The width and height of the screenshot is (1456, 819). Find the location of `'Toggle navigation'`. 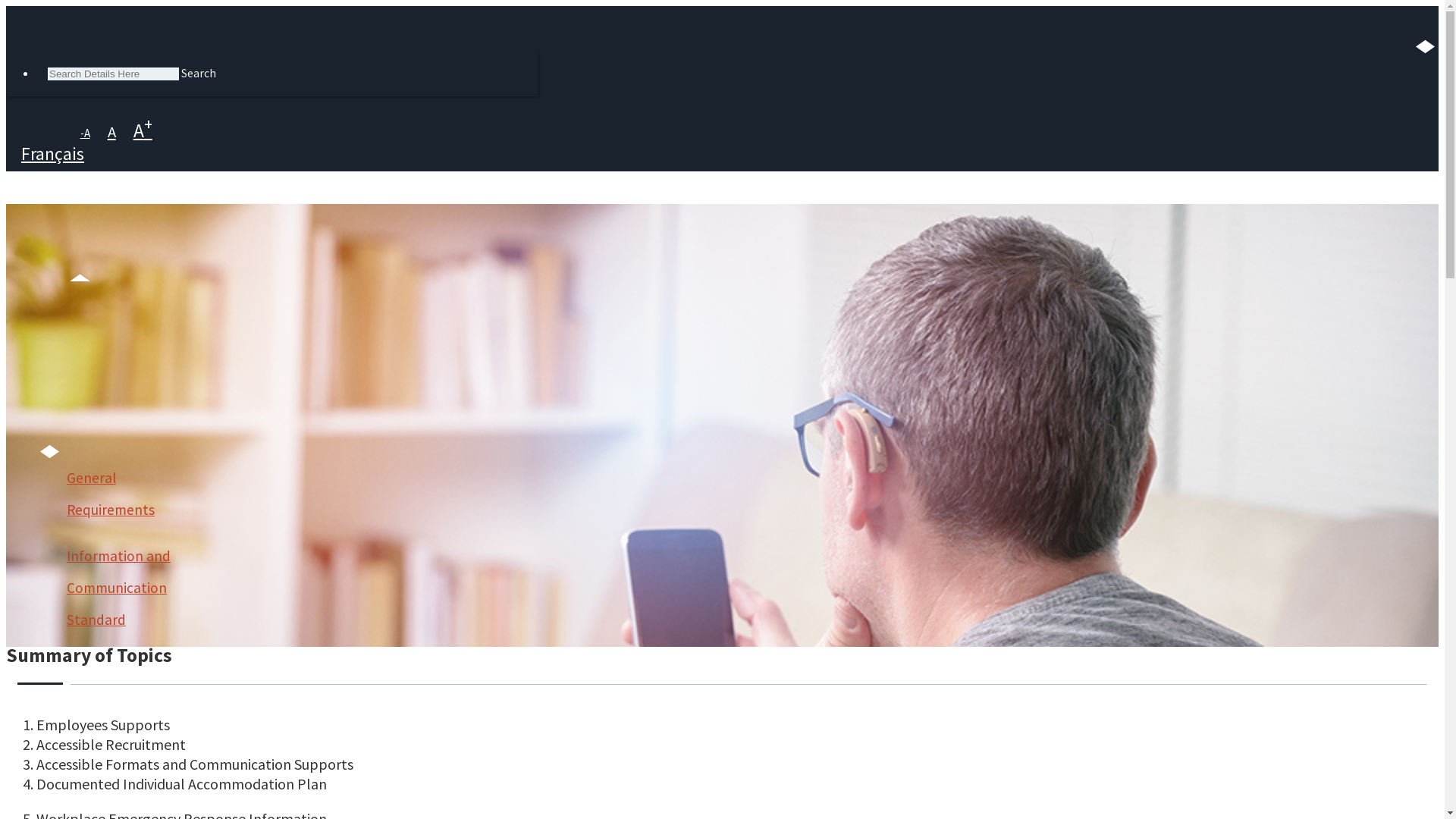

'Toggle navigation' is located at coordinates (302, 235).